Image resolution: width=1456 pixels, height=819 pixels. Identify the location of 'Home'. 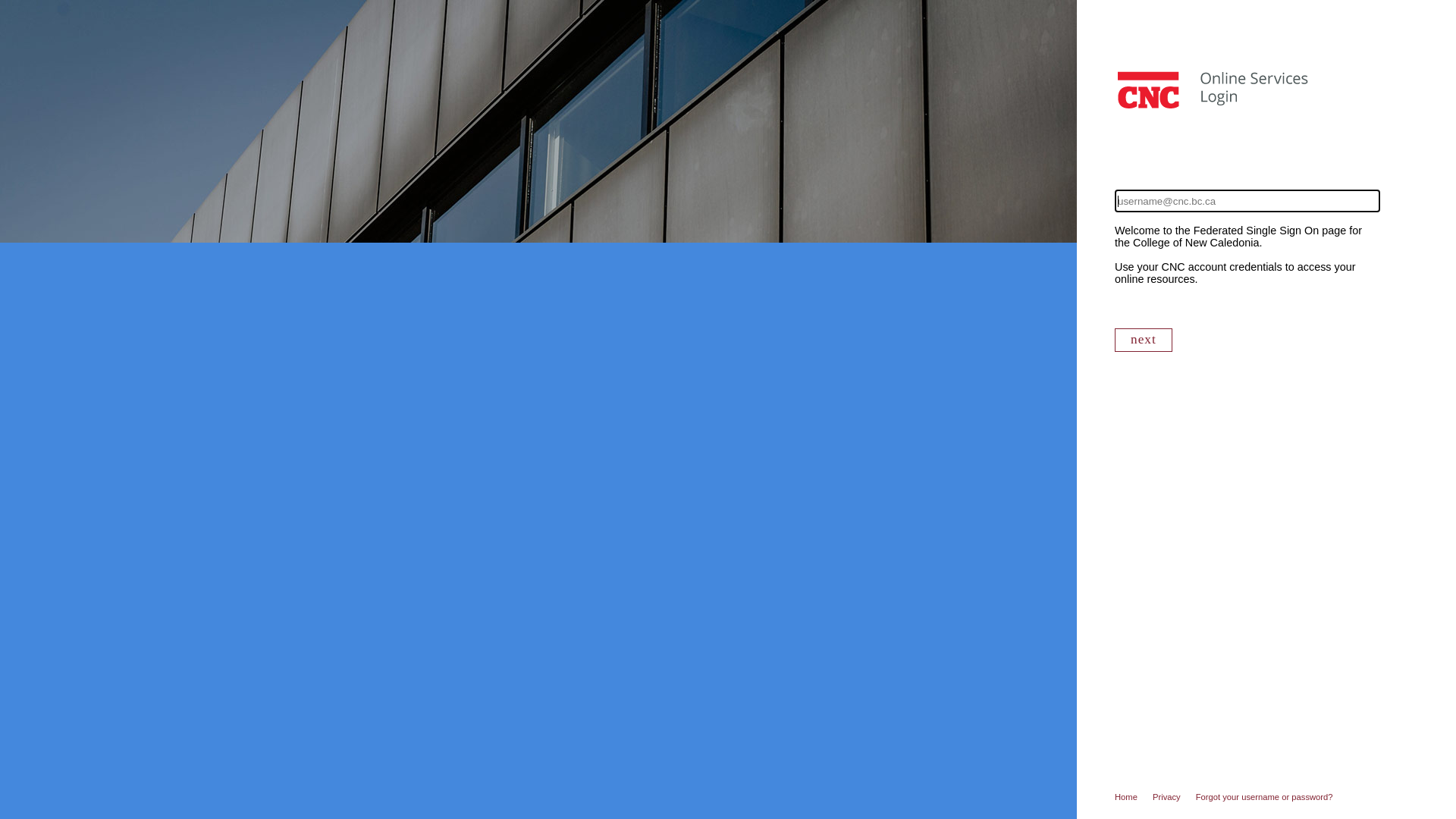
(1133, 795).